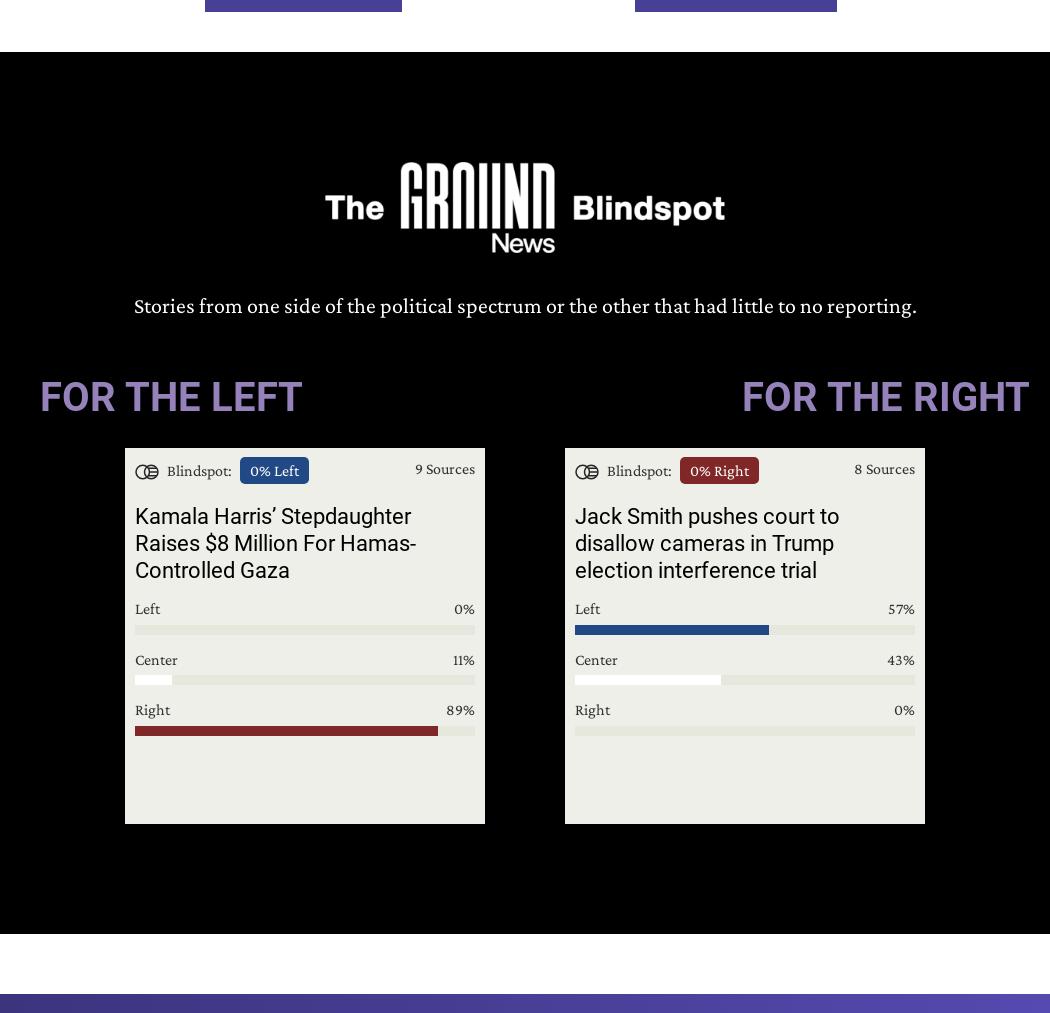 This screenshot has height=1013, width=1050. What do you see at coordinates (901, 657) in the screenshot?
I see `'43%'` at bounding box center [901, 657].